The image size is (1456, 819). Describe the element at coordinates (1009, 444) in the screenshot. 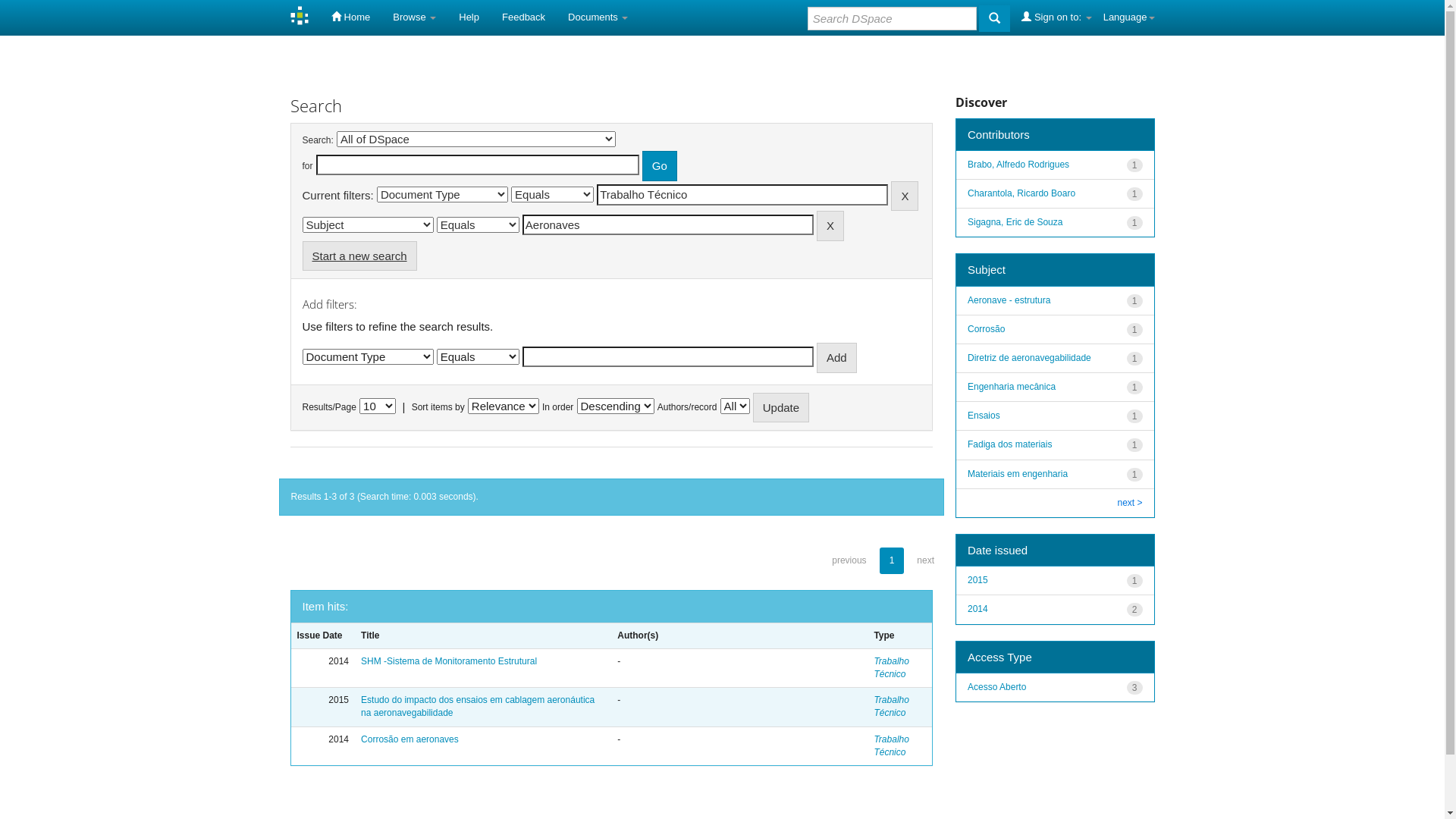

I see `'Fadiga dos materiais'` at that location.